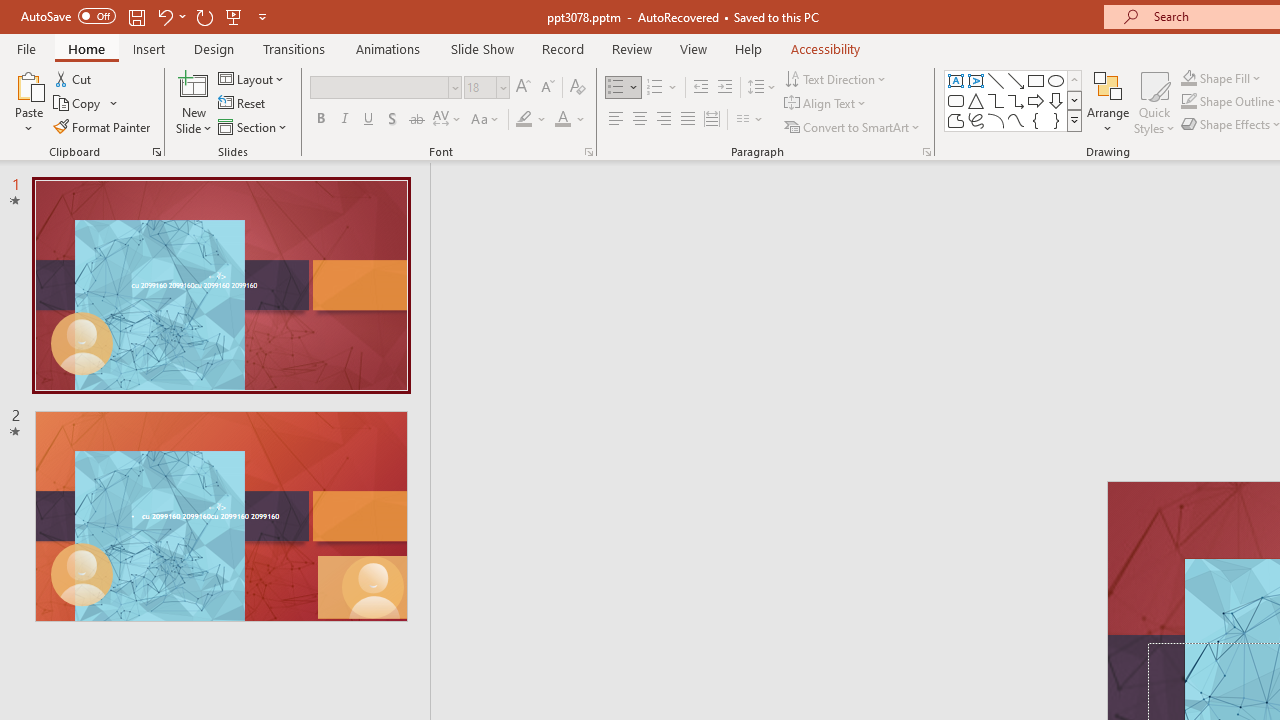 The height and width of the screenshot is (720, 1280). What do you see at coordinates (955, 120) in the screenshot?
I see `'Freeform: Shape'` at bounding box center [955, 120].